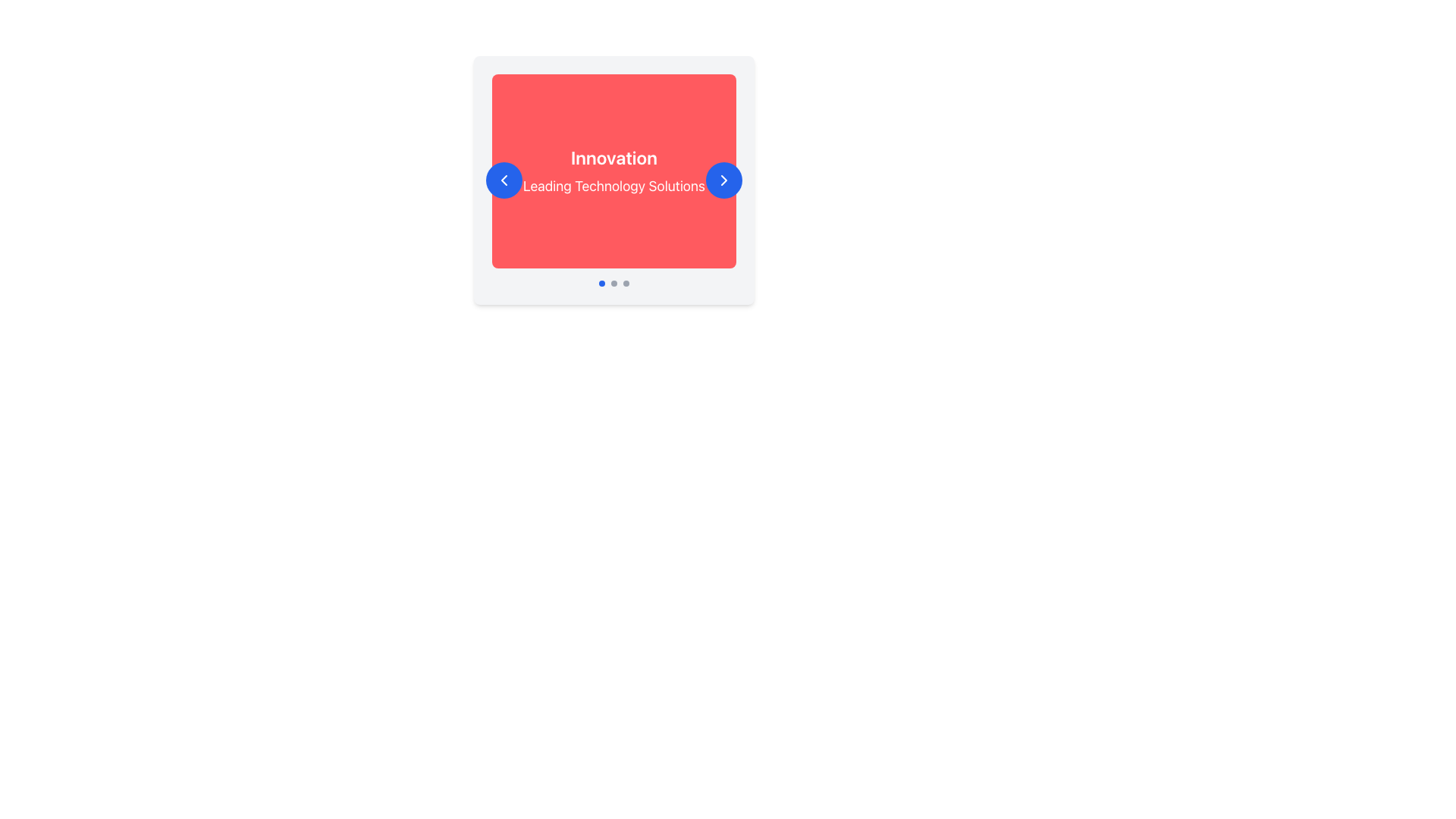  What do you see at coordinates (504, 180) in the screenshot?
I see `the SVG Icon embedded within the circular blue button located to the left of the 'Innovation' card` at bounding box center [504, 180].